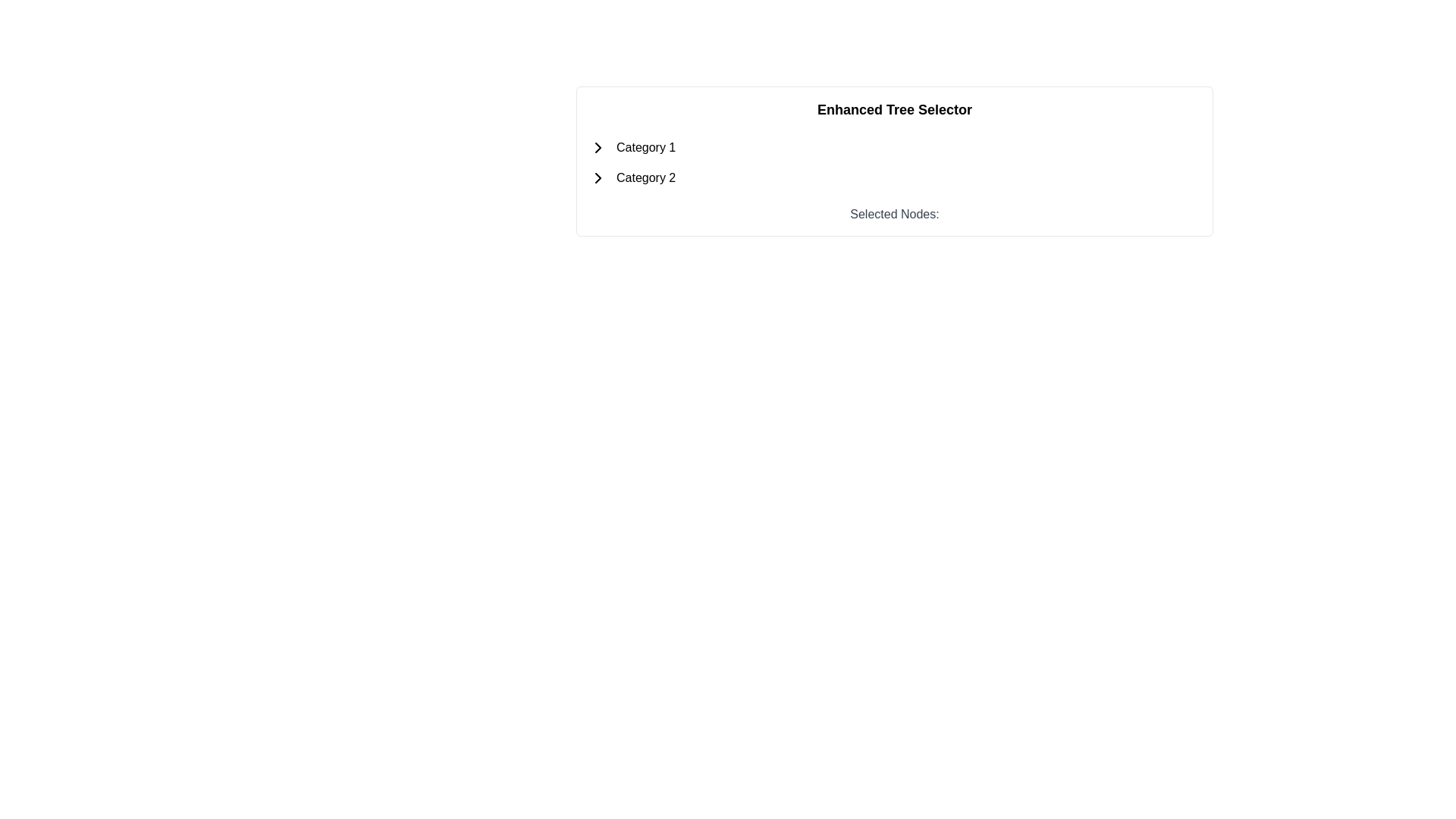  What do you see at coordinates (646, 177) in the screenshot?
I see `the Text label that serves as a title for a category in a collapsible tree structure, located under 'Category 1' and aligned as the second item in a vertical list of categories` at bounding box center [646, 177].